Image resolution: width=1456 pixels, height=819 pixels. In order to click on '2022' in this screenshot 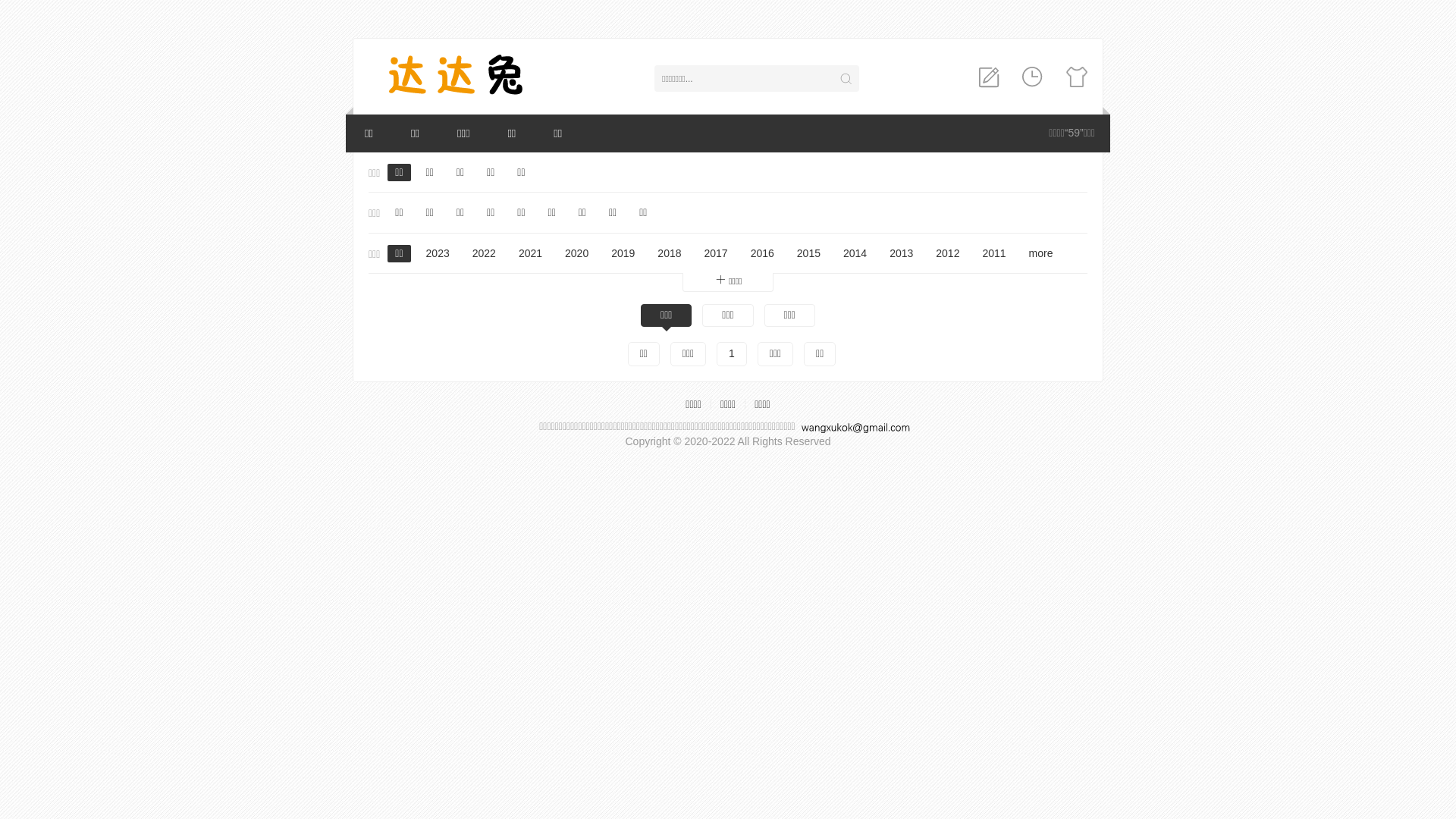, I will do `click(483, 253)`.